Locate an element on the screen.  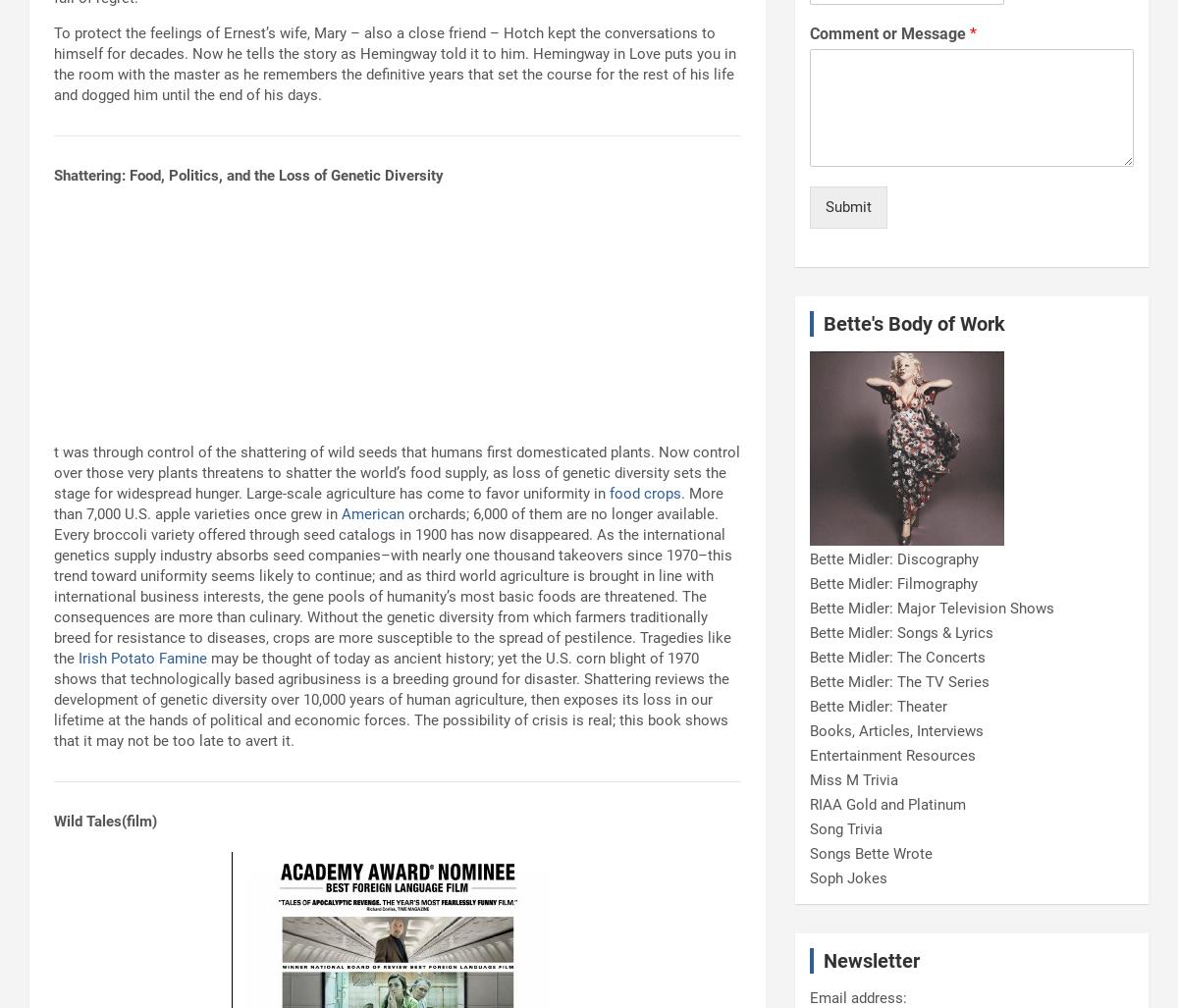
'Bette Midler: Theater' is located at coordinates (877, 707).